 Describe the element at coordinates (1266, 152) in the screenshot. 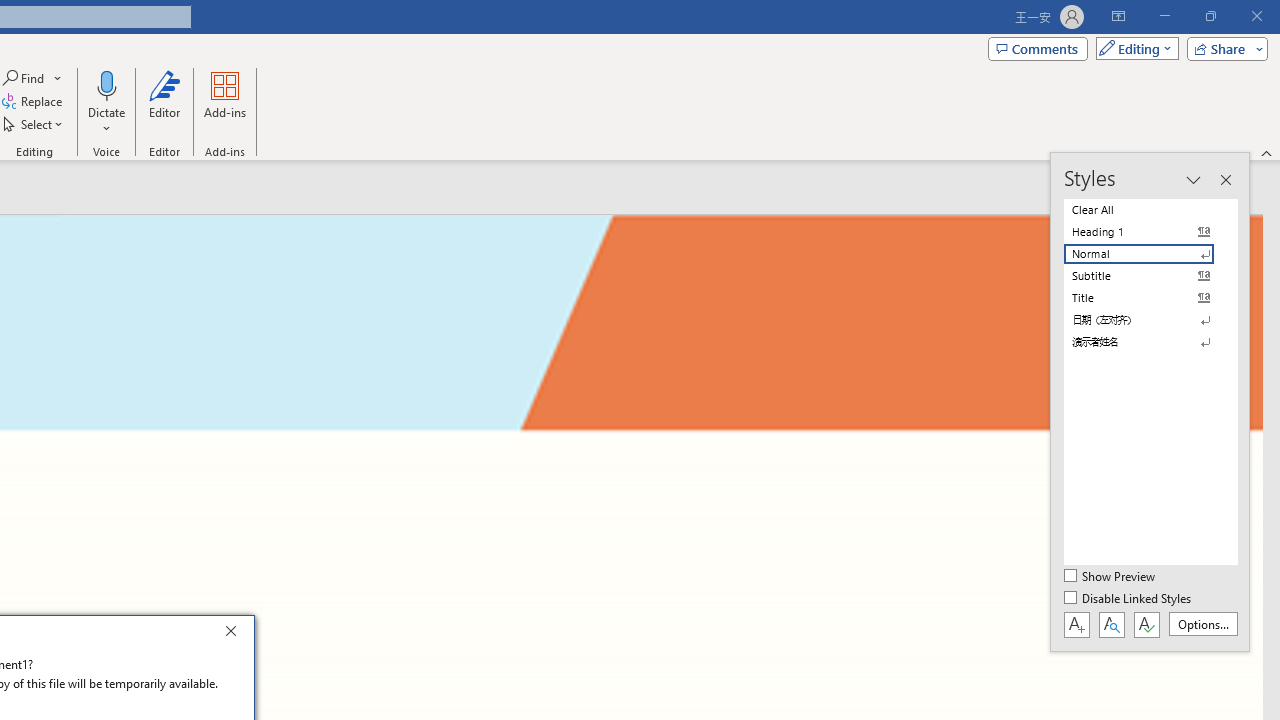

I see `'Collapse the Ribbon'` at that location.